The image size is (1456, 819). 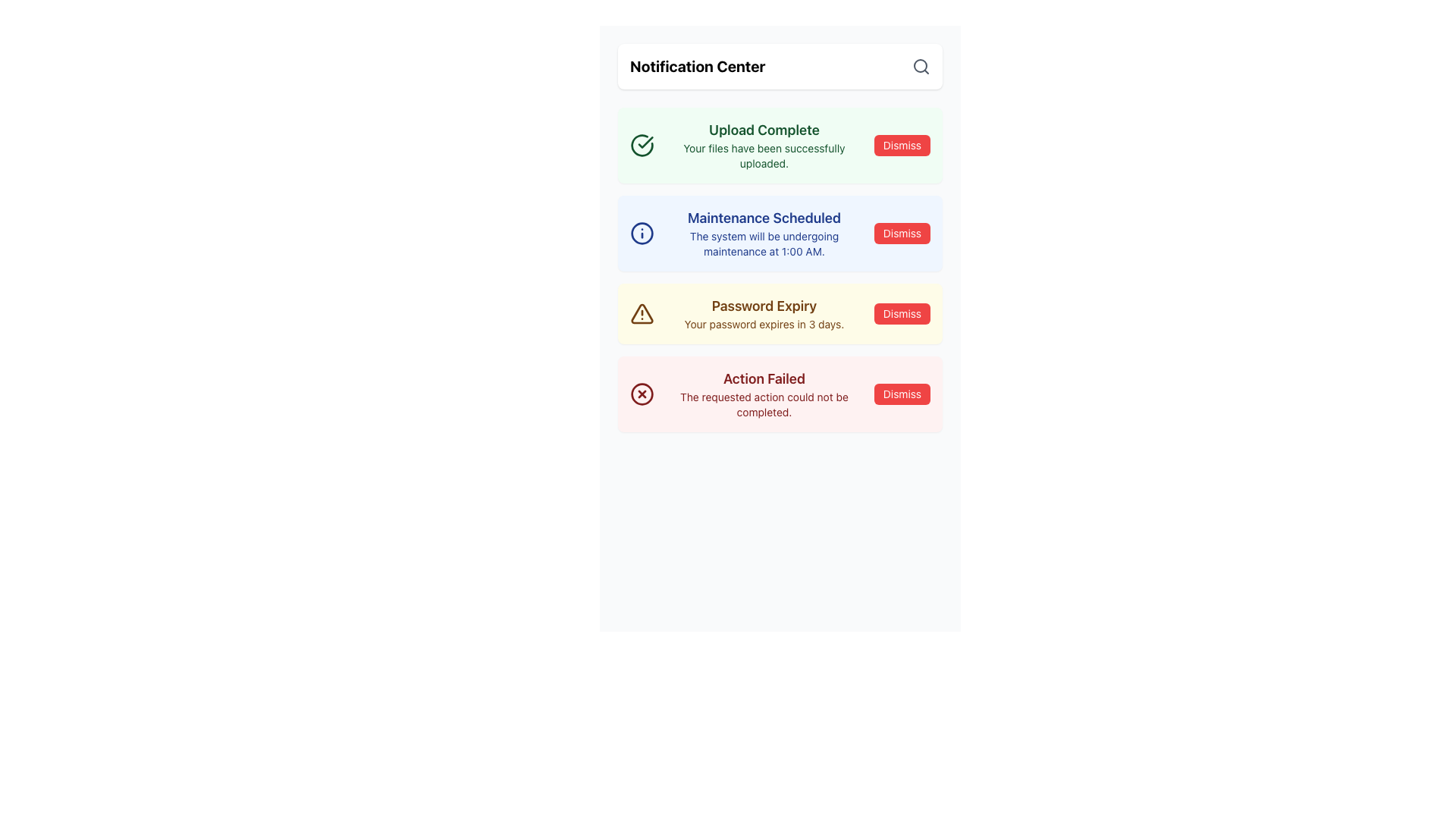 What do you see at coordinates (764, 324) in the screenshot?
I see `text notification displaying 'Your password expires in 3 days.' located in the 'Notification Center' under the 'Password Expiry' group` at bounding box center [764, 324].